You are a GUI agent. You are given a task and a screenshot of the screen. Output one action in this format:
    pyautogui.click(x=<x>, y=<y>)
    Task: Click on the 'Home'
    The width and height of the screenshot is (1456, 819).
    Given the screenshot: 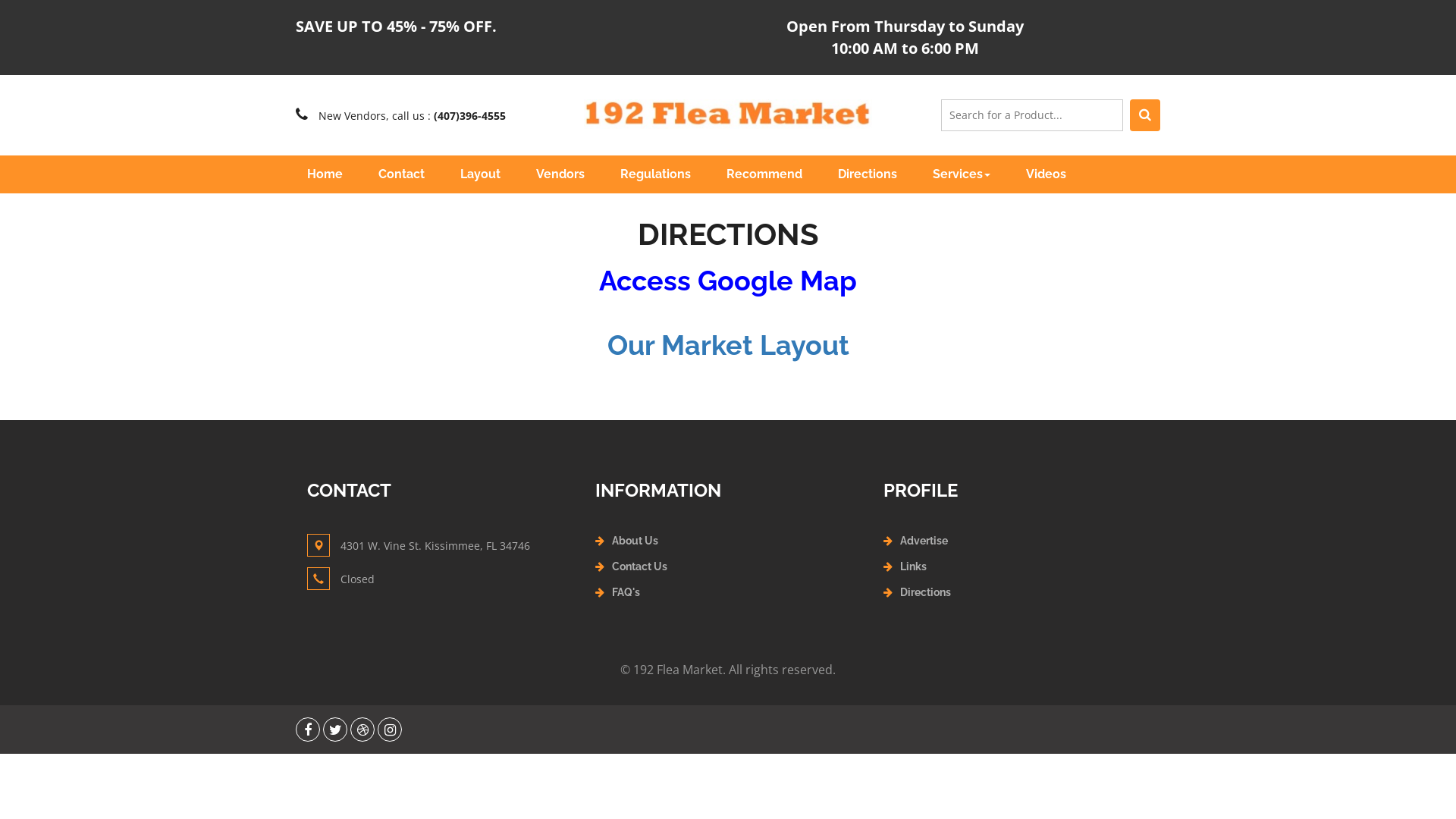 What is the action you would take?
    pyautogui.click(x=324, y=174)
    